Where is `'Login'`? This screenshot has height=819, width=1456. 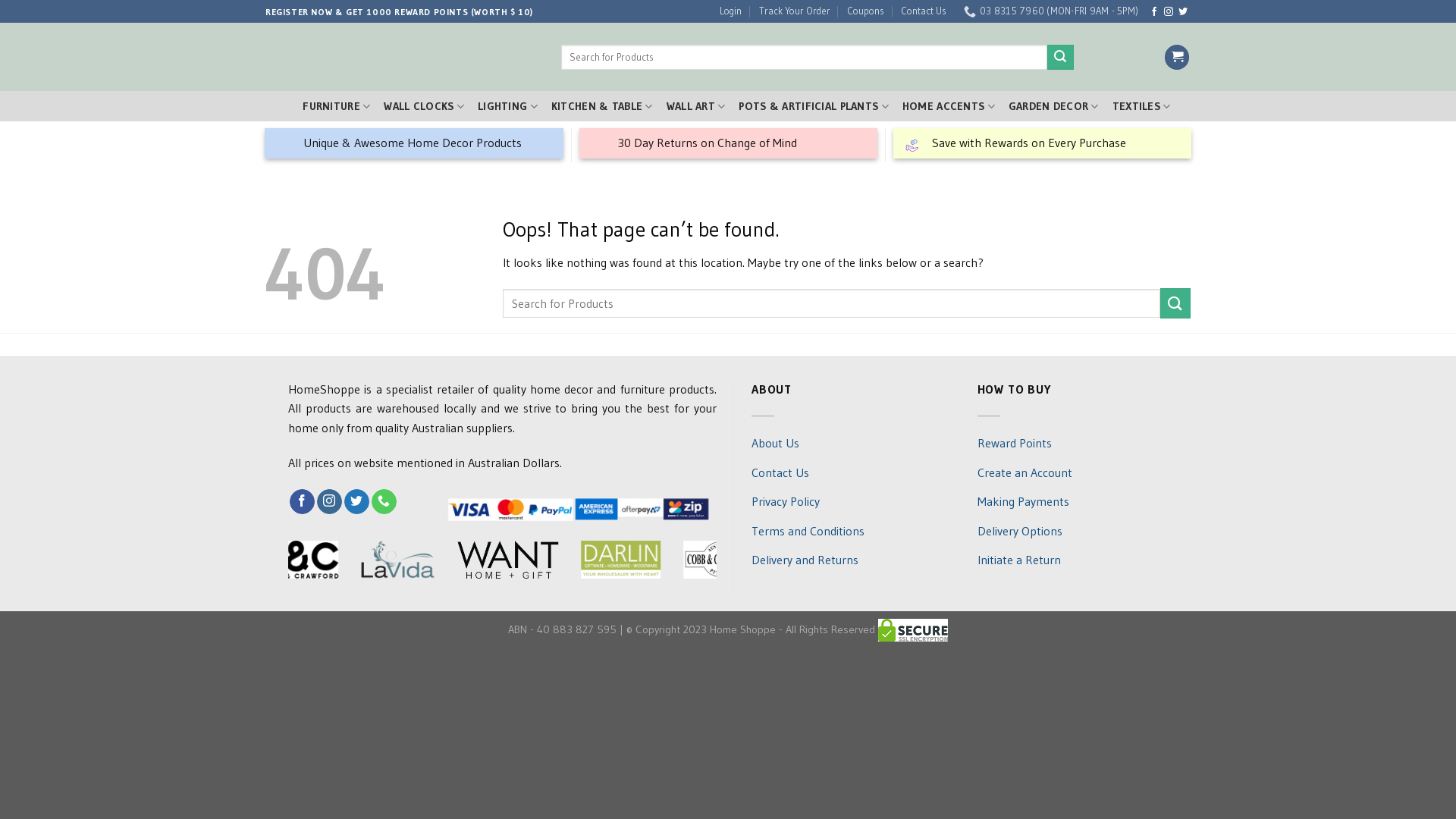
'Login' is located at coordinates (724, 11).